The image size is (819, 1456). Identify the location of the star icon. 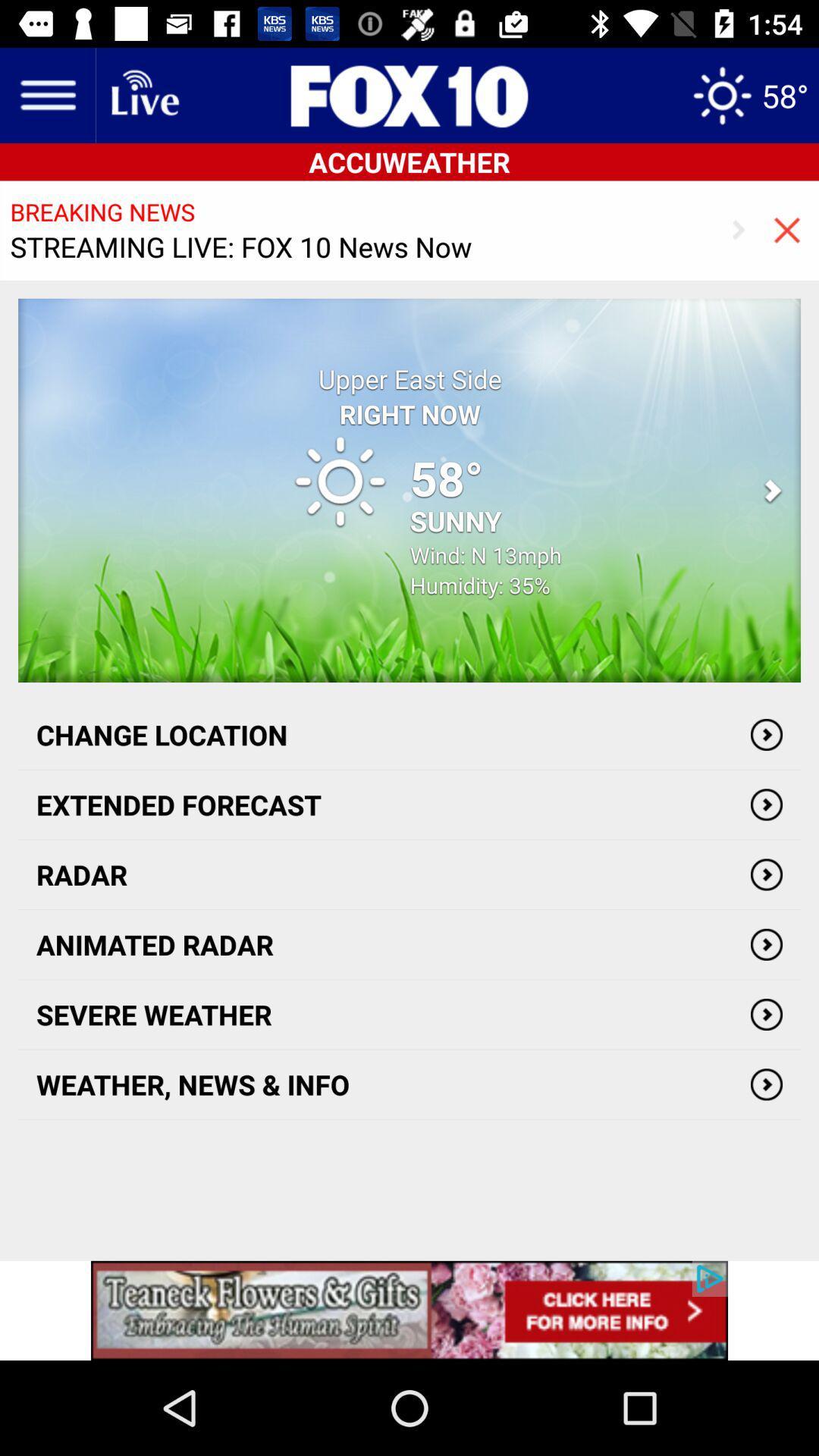
(749, 94).